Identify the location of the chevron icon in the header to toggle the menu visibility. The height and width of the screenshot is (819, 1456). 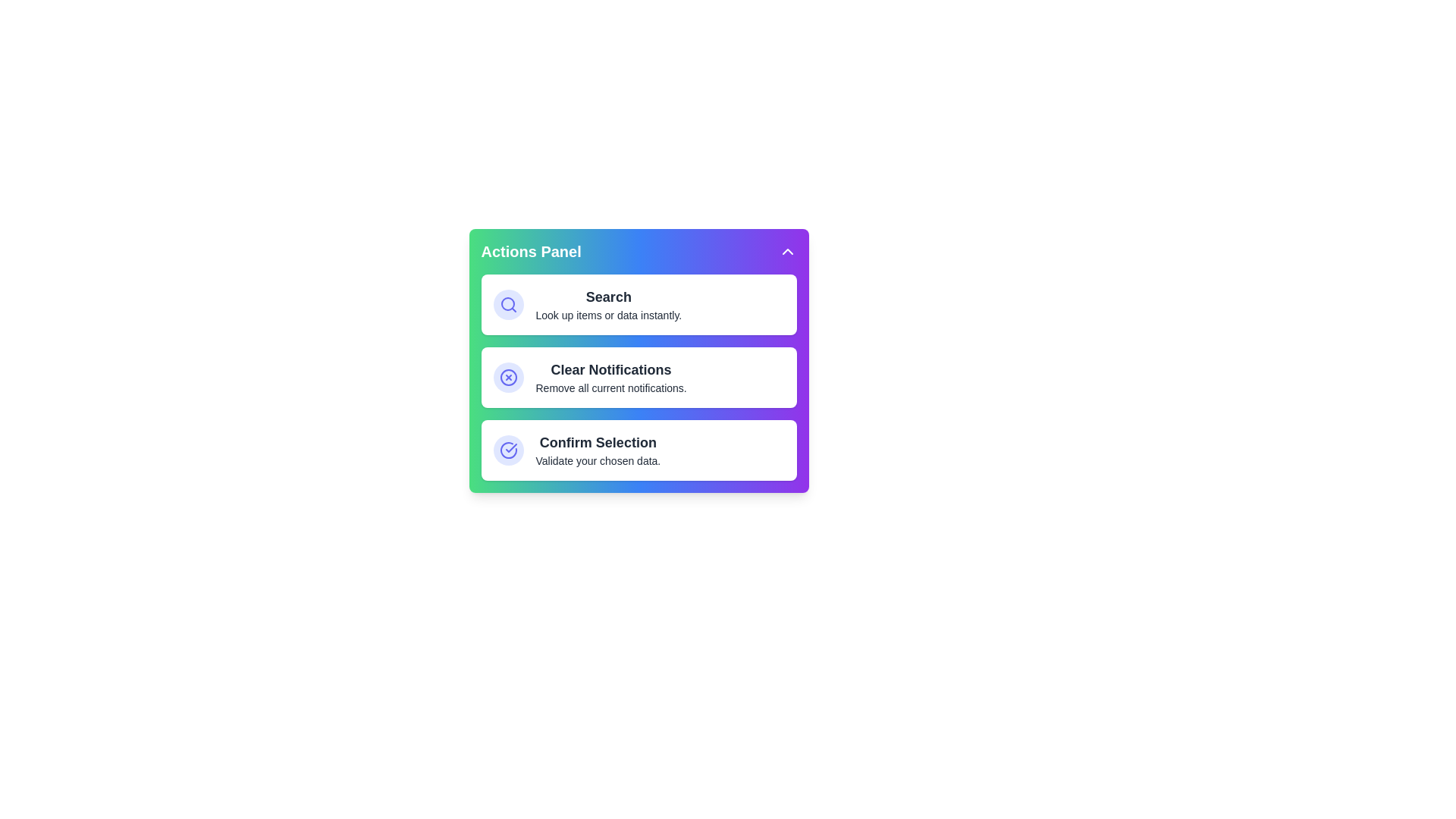
(787, 250).